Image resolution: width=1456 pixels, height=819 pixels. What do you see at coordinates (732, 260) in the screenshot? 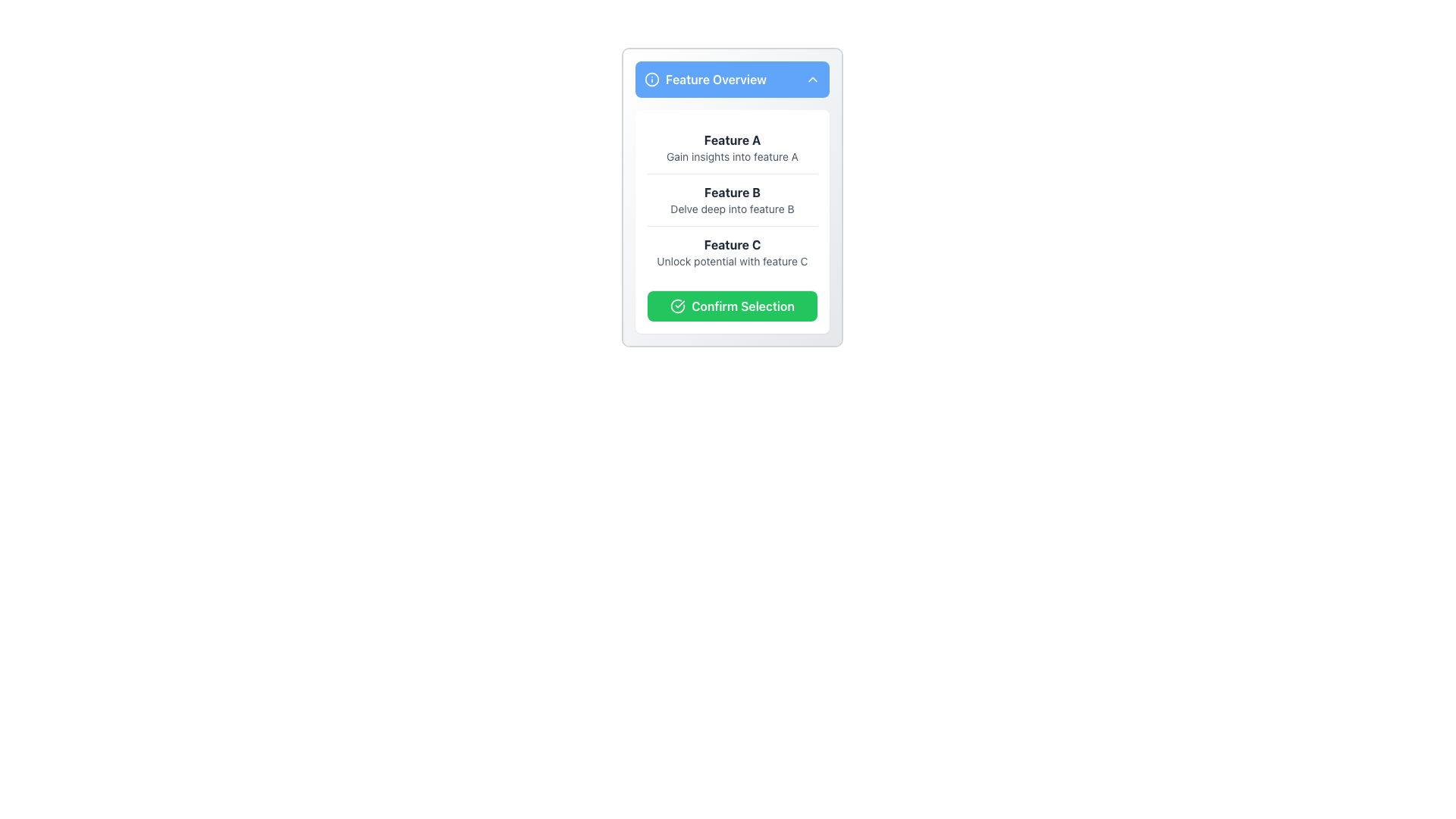
I see `the static text label providing additional information about 'Feature C', located under the 'Feature C' heading in the 'Feature Overview' section` at bounding box center [732, 260].